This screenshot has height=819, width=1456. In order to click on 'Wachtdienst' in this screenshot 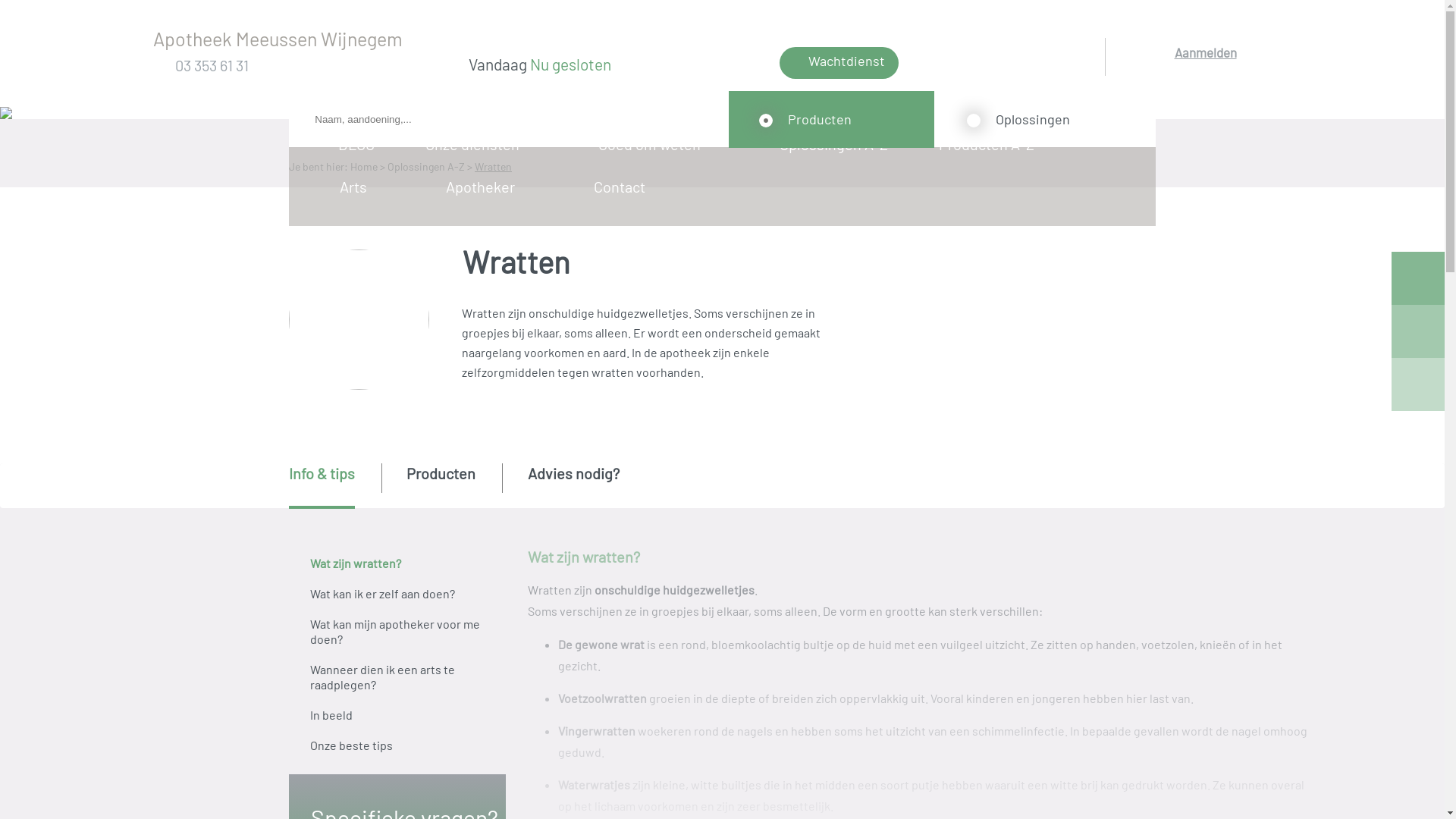, I will do `click(838, 62)`.